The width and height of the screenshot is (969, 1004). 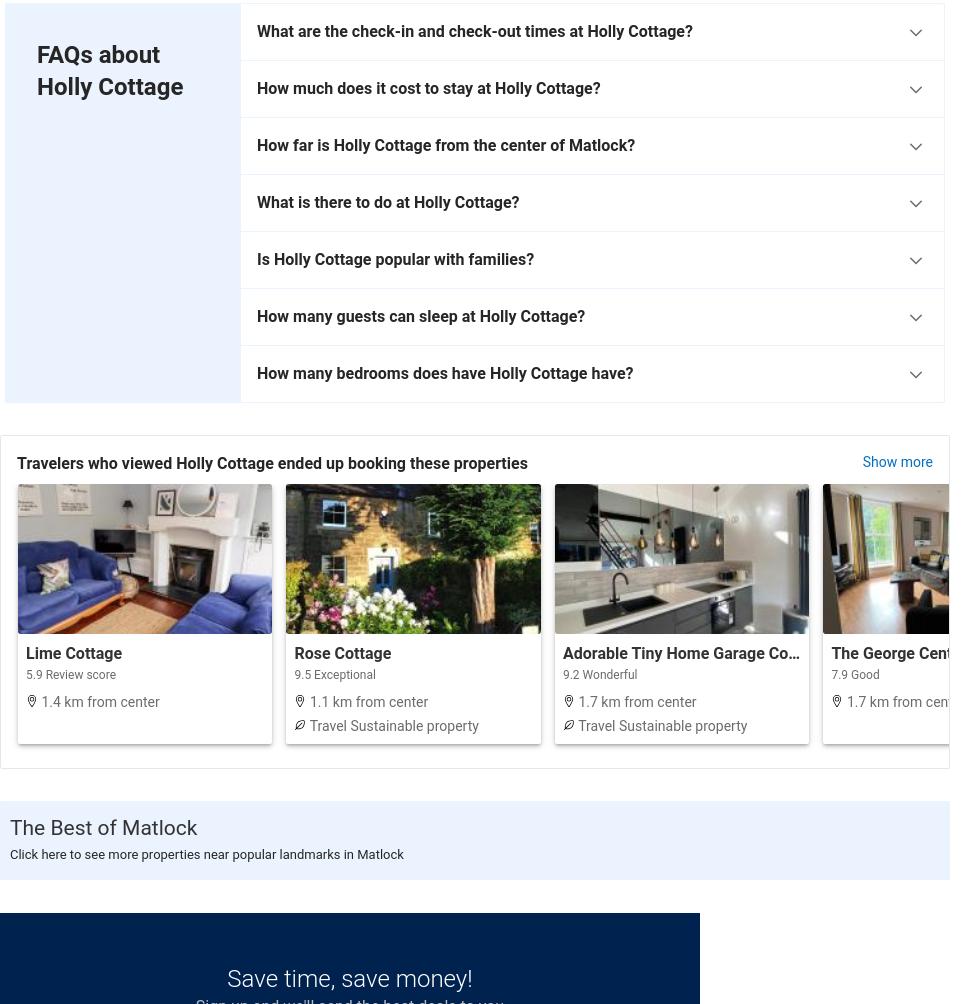 I want to click on 'Lime Cottage', so click(x=73, y=651).